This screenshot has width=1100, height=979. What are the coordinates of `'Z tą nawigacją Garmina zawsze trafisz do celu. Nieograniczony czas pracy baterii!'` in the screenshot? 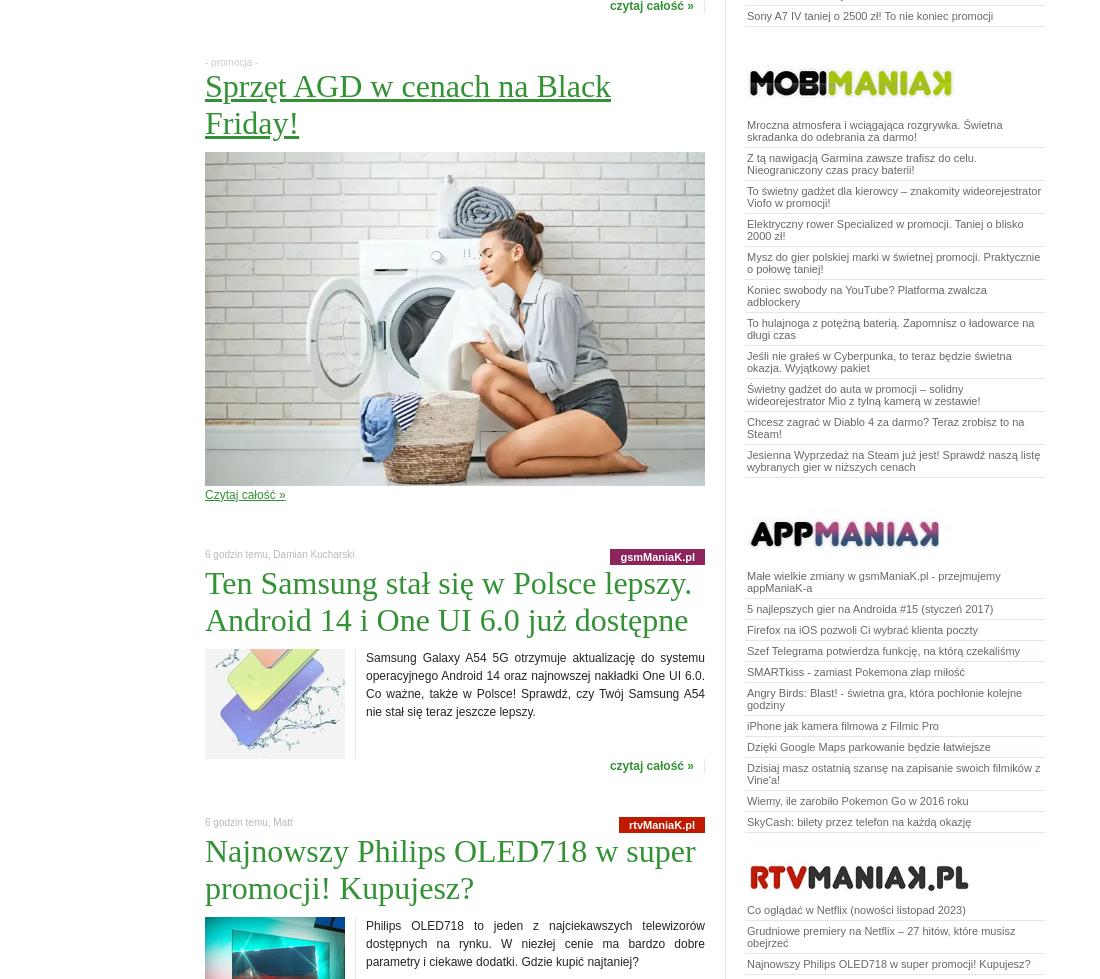 It's located at (860, 163).